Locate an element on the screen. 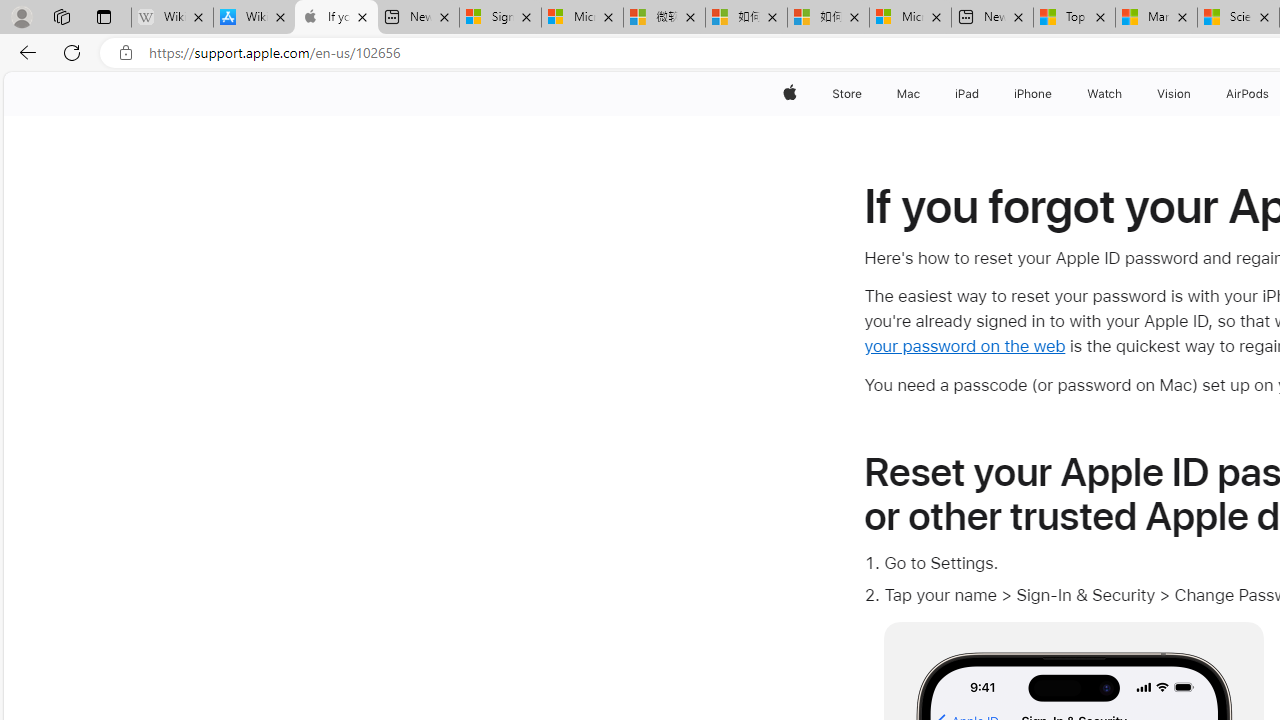 The width and height of the screenshot is (1280, 720). 'Store' is located at coordinates (846, 93).